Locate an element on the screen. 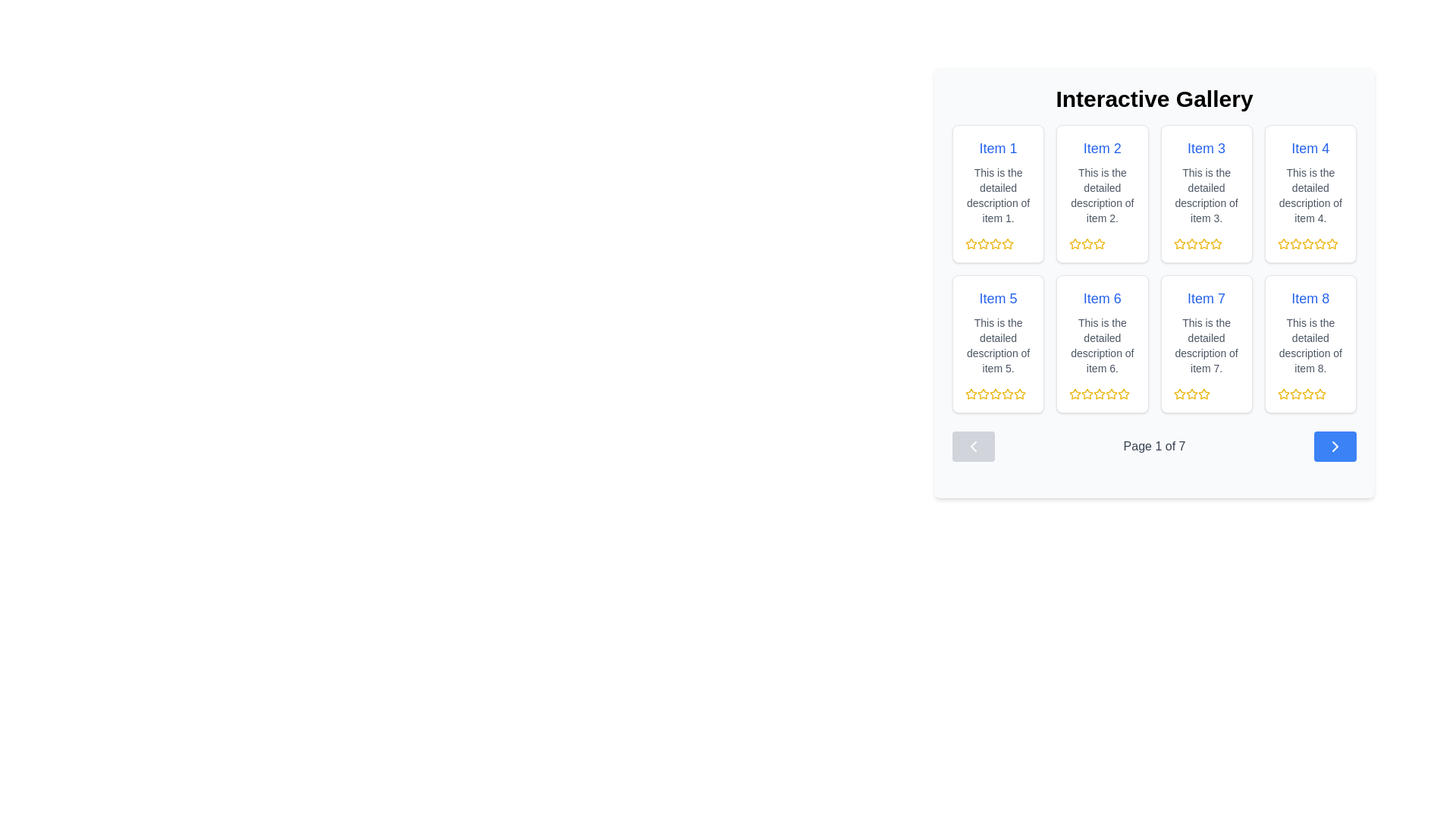 This screenshot has height=819, width=1456. the first star icon in the rating section below the description of item 2, located inside the second card of the gallery layout is located at coordinates (1075, 243).